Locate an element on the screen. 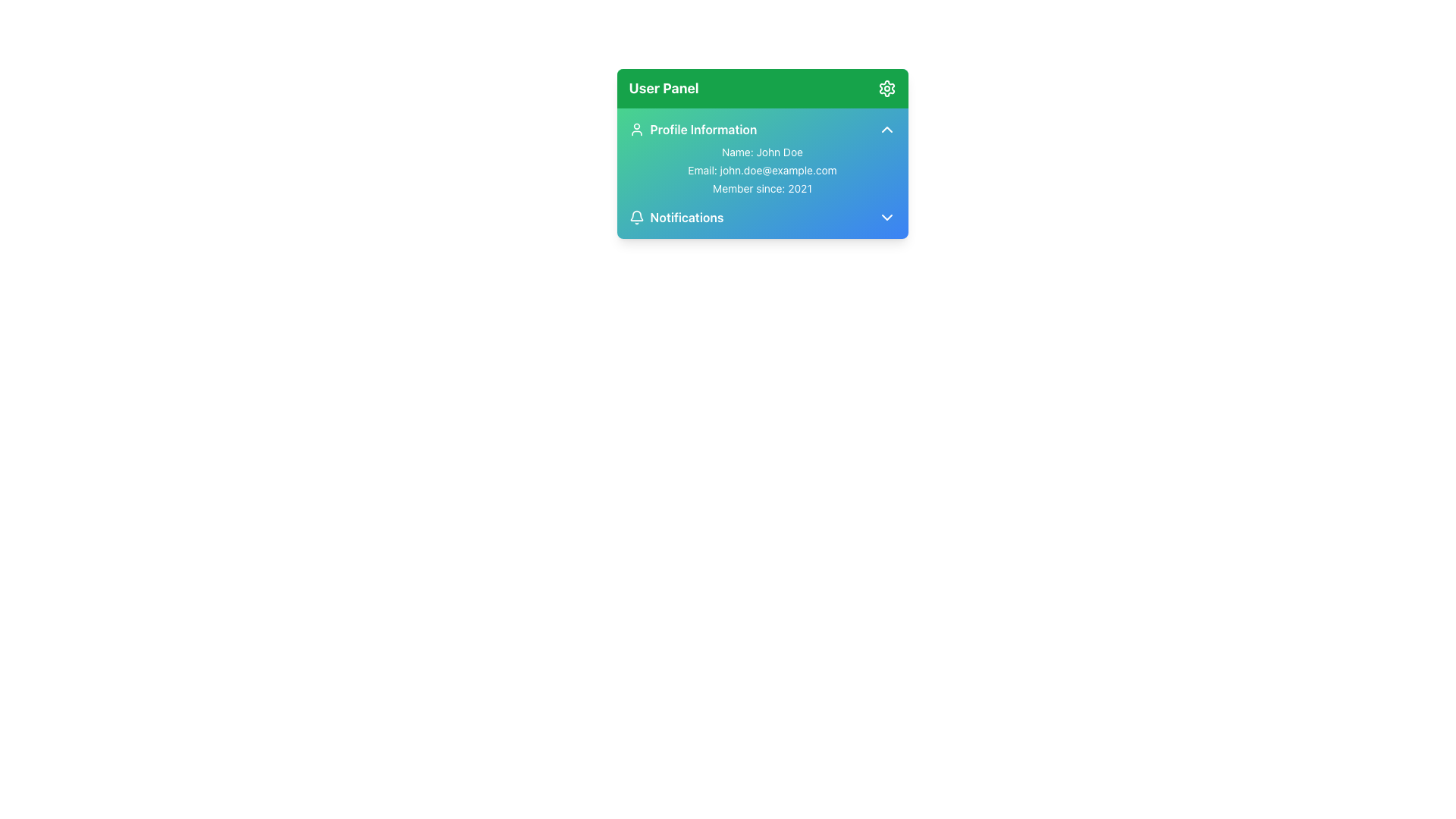  the settings icon button located in the top-right corner of the 'User Panel' card interface is located at coordinates (886, 88).